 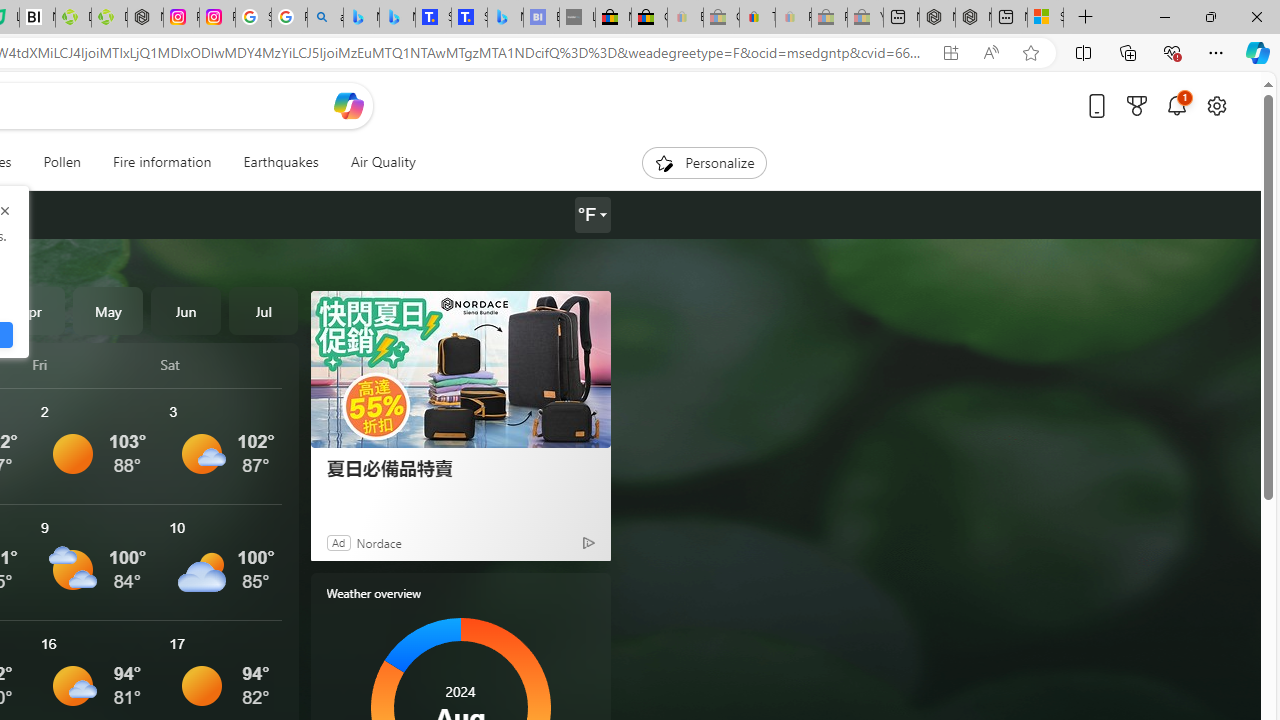 What do you see at coordinates (375, 162) in the screenshot?
I see `'Air Quality'` at bounding box center [375, 162].